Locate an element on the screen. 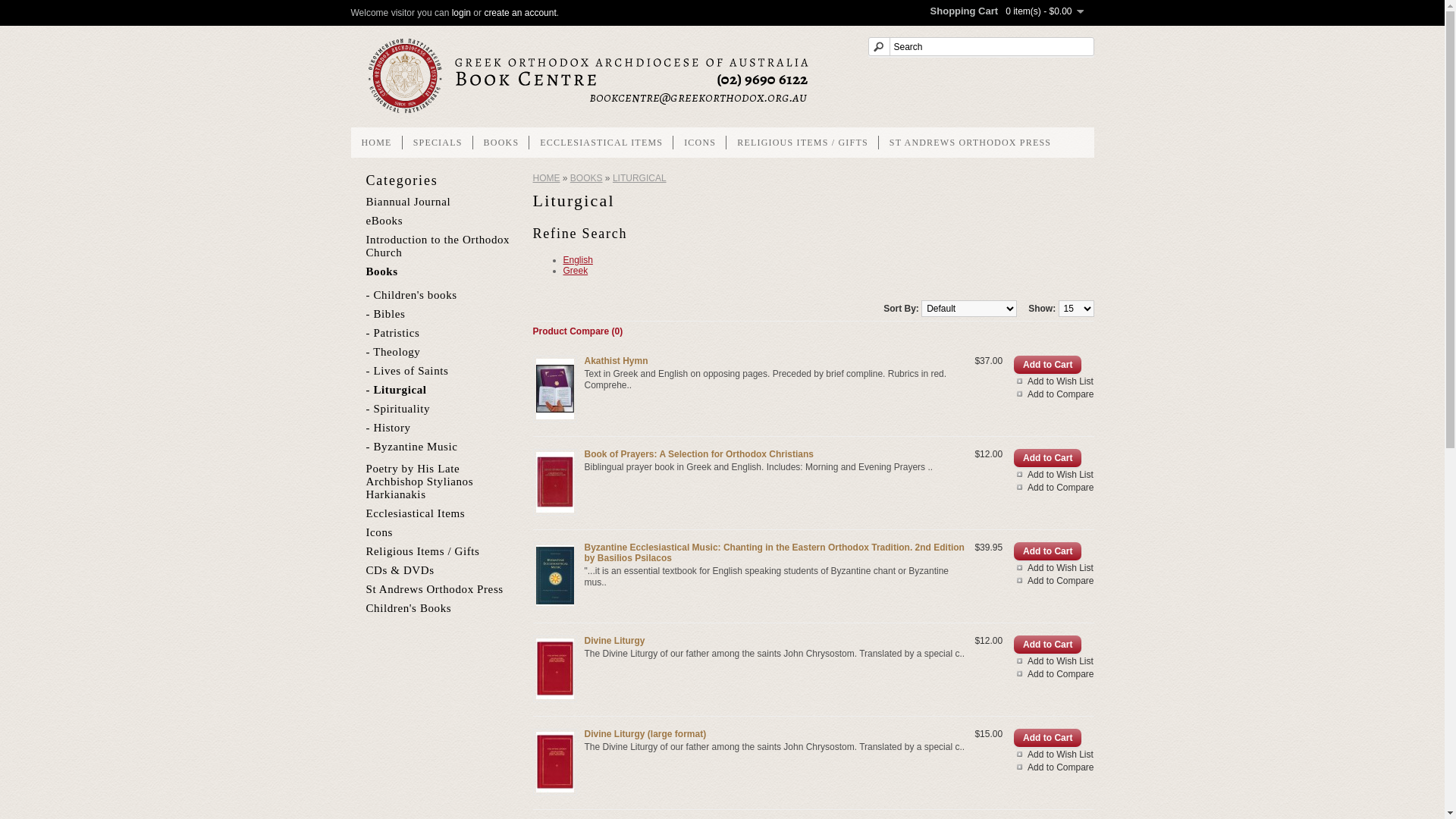 Image resolution: width=1456 pixels, height=819 pixels. 'login' is located at coordinates (460, 12).